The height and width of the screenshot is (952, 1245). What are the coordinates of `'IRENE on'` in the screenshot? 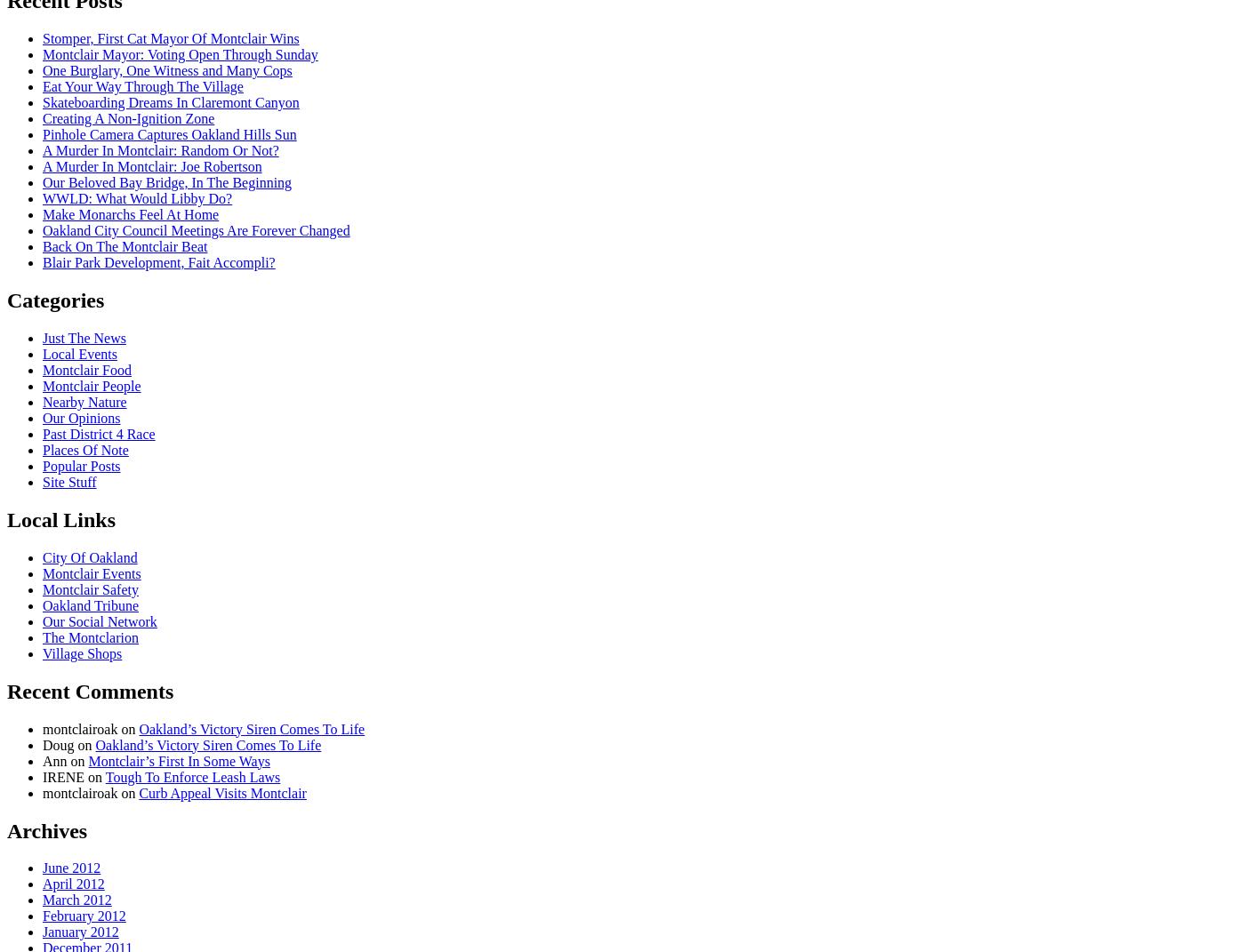 It's located at (74, 776).